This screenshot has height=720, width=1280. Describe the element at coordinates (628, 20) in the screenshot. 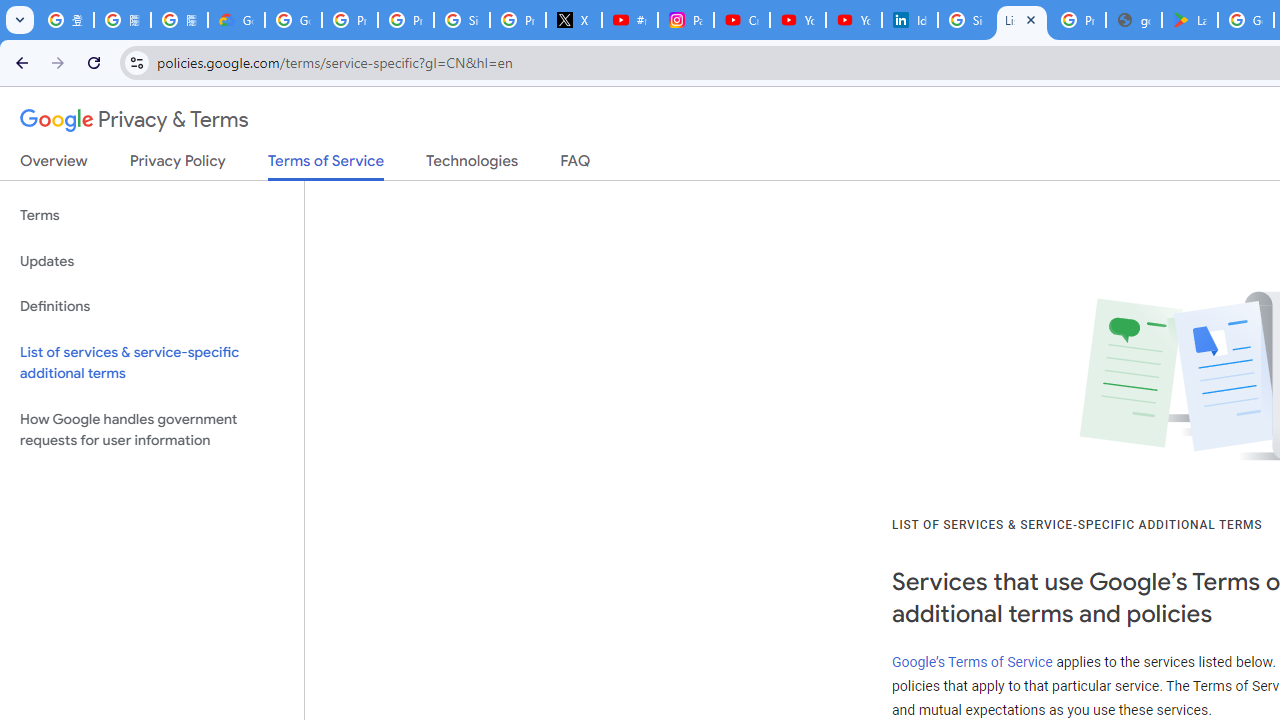

I see `'#nbabasketballhighlights - YouTube'` at that location.